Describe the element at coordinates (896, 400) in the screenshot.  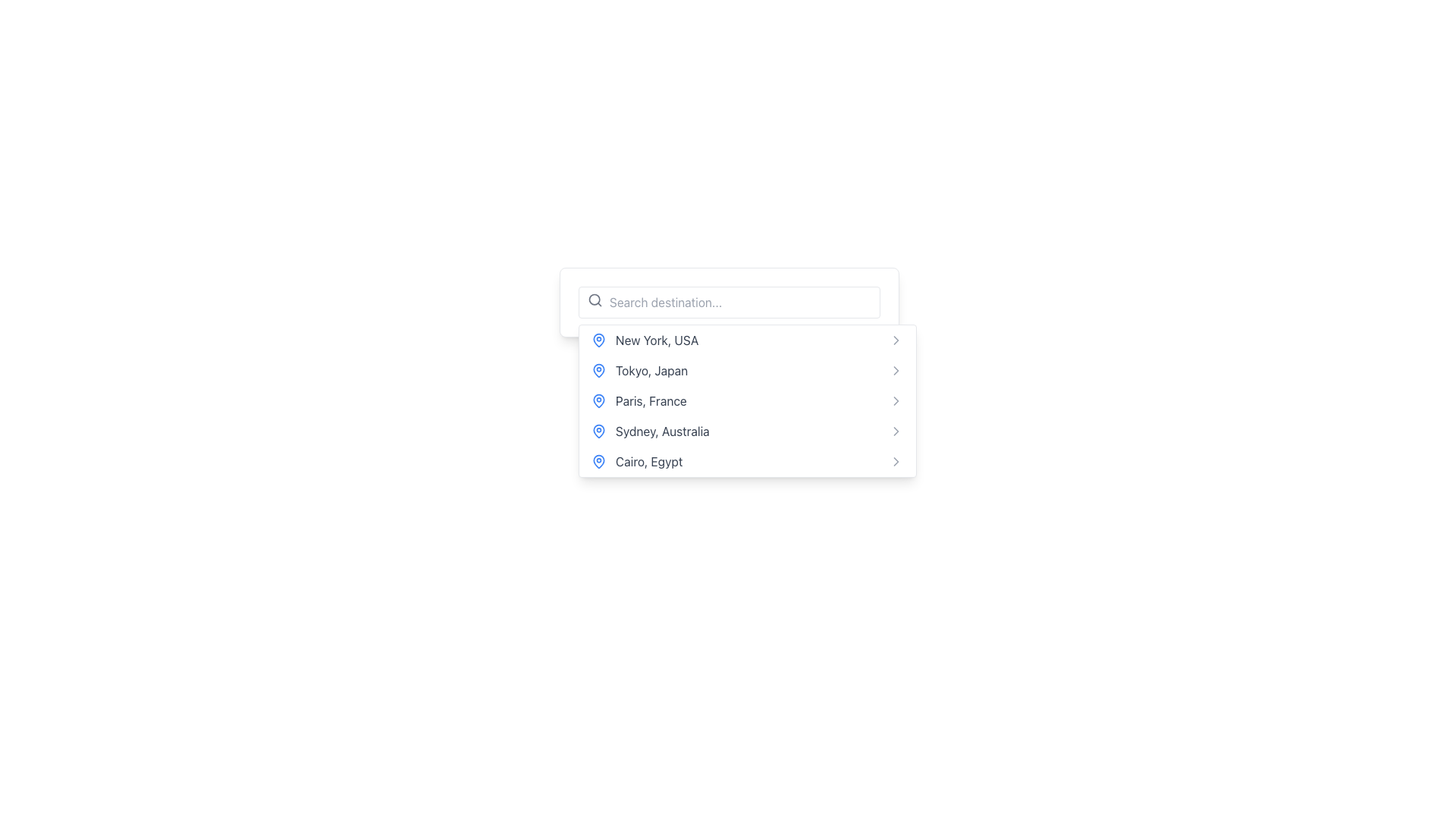
I see `the visual indicator icon located to the far right of the 'Paris, France' list item, which suggests further navigation or expansion for the associated item` at that location.